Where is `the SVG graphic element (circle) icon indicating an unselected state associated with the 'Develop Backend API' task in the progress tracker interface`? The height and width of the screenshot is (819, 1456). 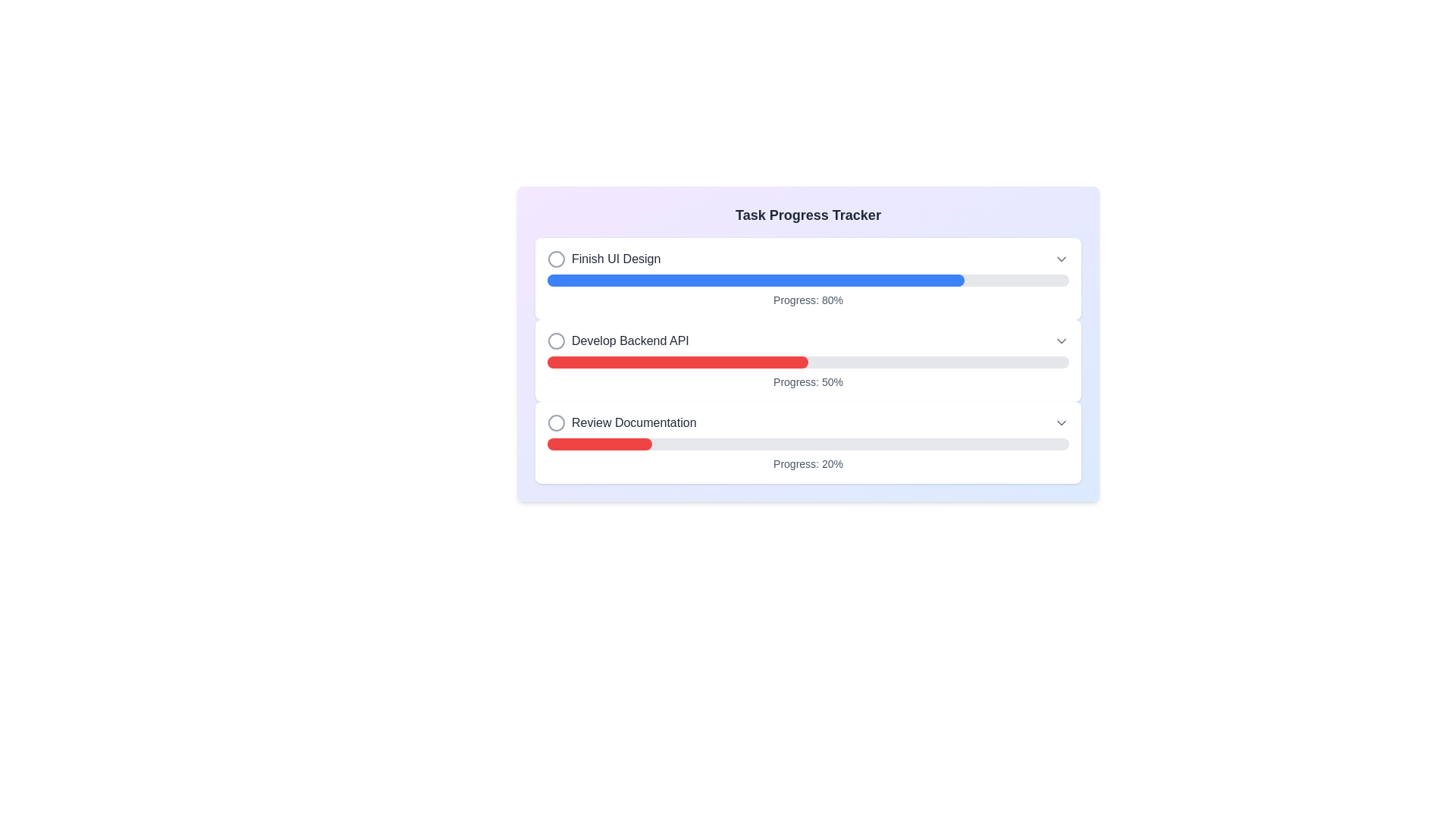 the SVG graphic element (circle) icon indicating an unselected state associated with the 'Develop Backend API' task in the progress tracker interface is located at coordinates (556, 341).